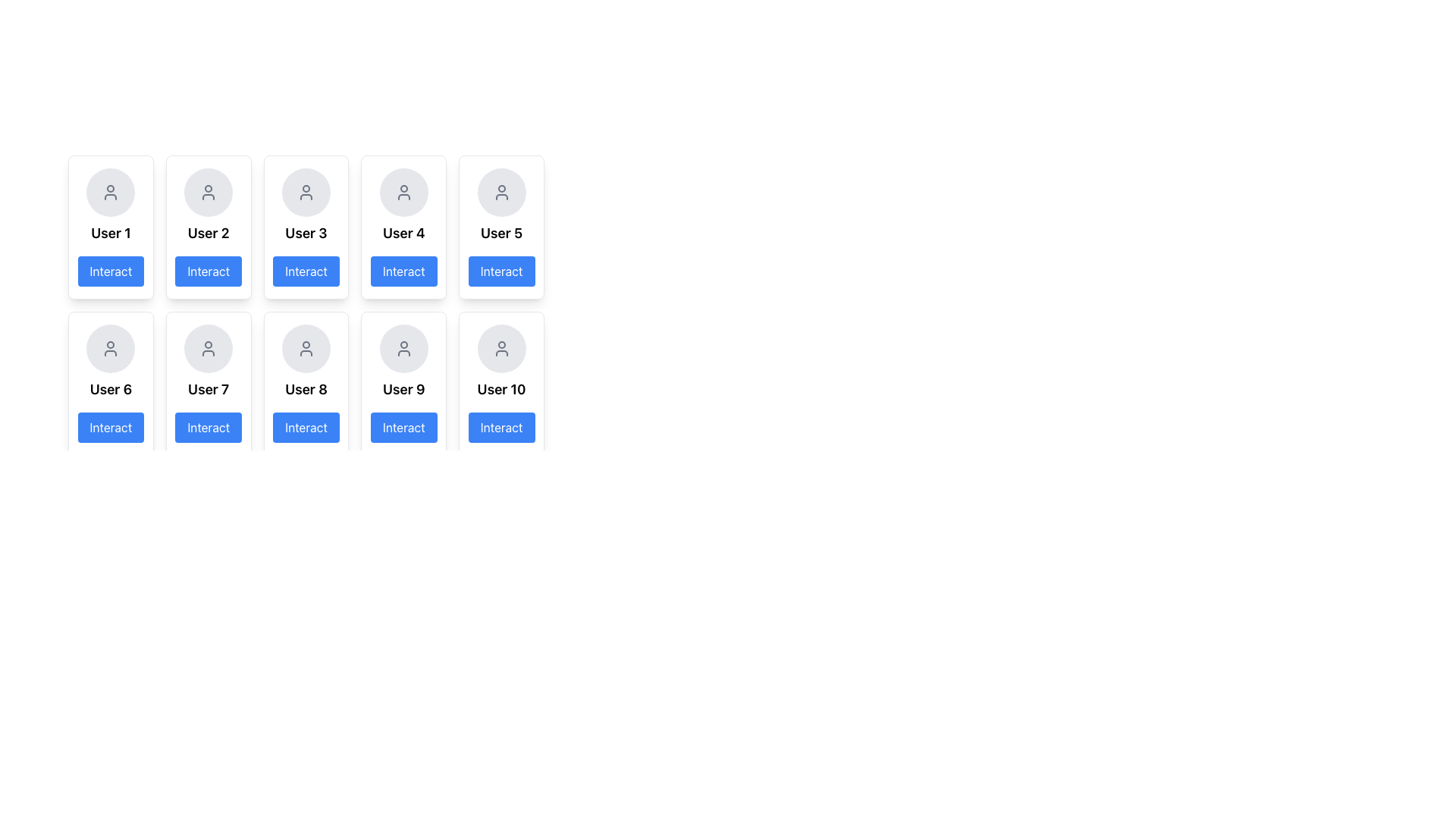 This screenshot has width=1456, height=819. Describe the element at coordinates (110, 348) in the screenshot. I see `the user avatar icon located inside the card labeled 'User 6', positioned at the top center of the card, above the name and 'Interact' button` at that location.